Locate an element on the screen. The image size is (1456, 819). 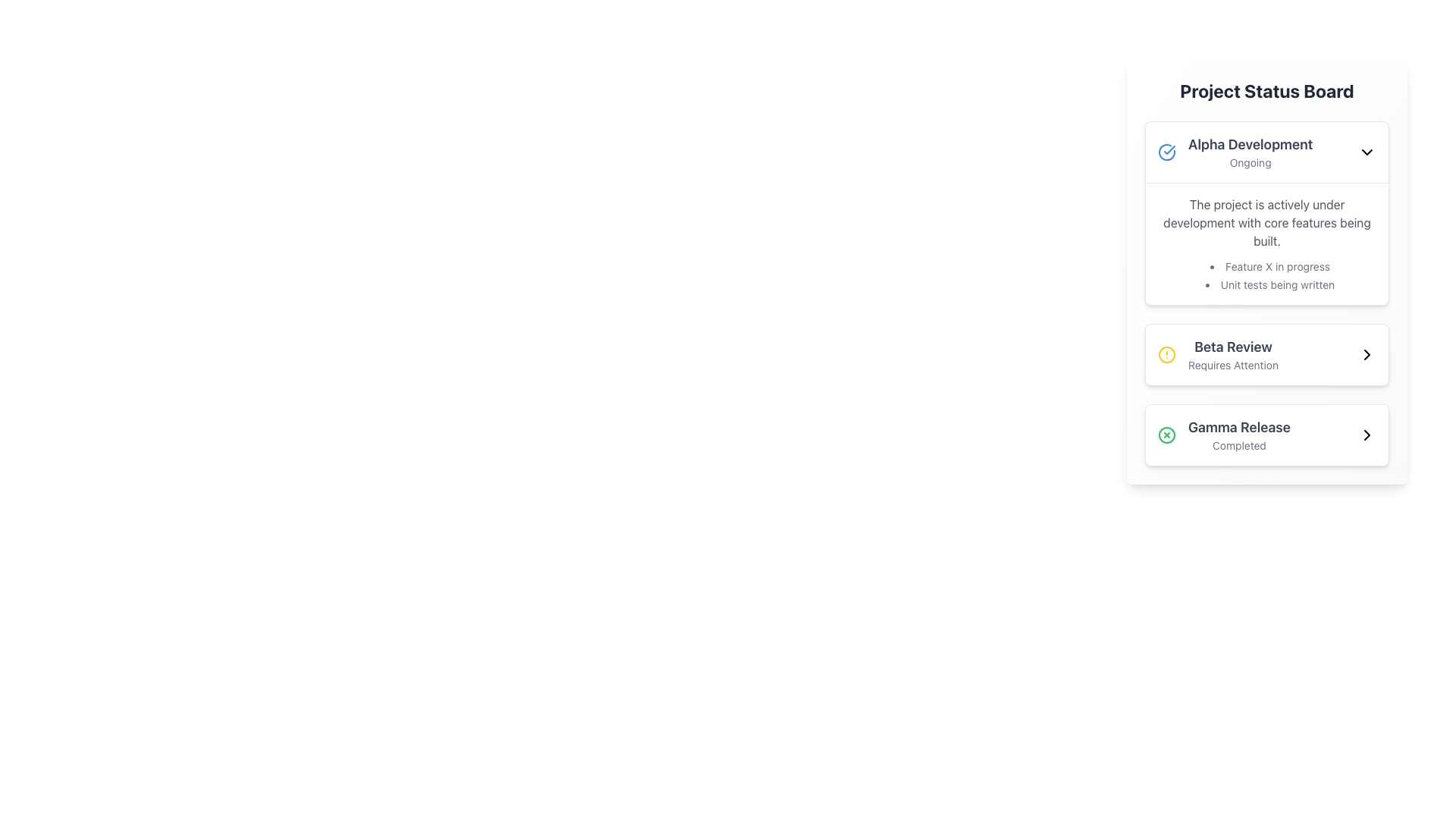
the Card Element indicating the 'Gamma Release' phase has been completed, which is the third card in the vertically stacked list within the 'Project Status Board.' is located at coordinates (1266, 435).